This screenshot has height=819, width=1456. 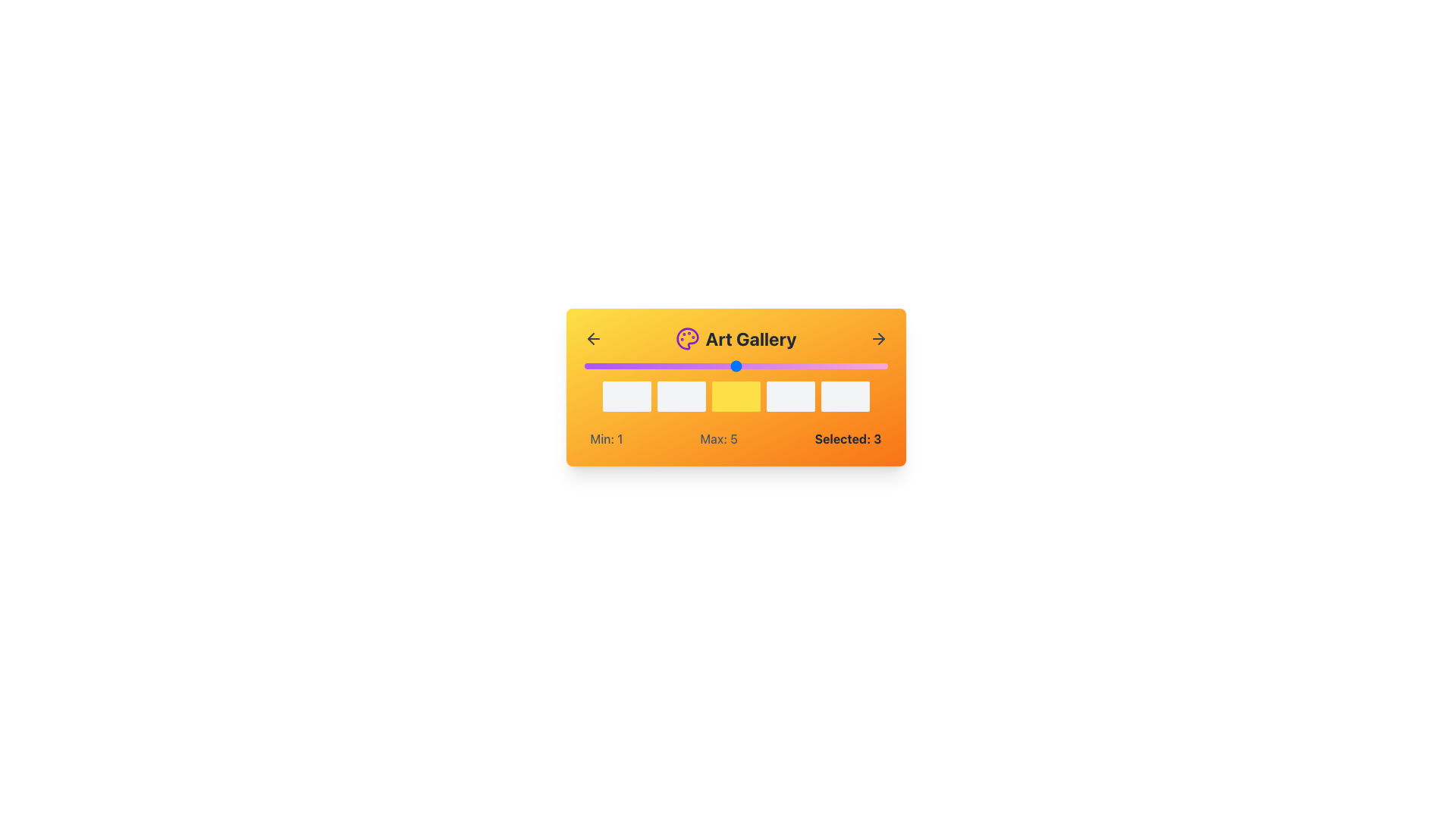 What do you see at coordinates (736, 366) in the screenshot?
I see `slider value` at bounding box center [736, 366].